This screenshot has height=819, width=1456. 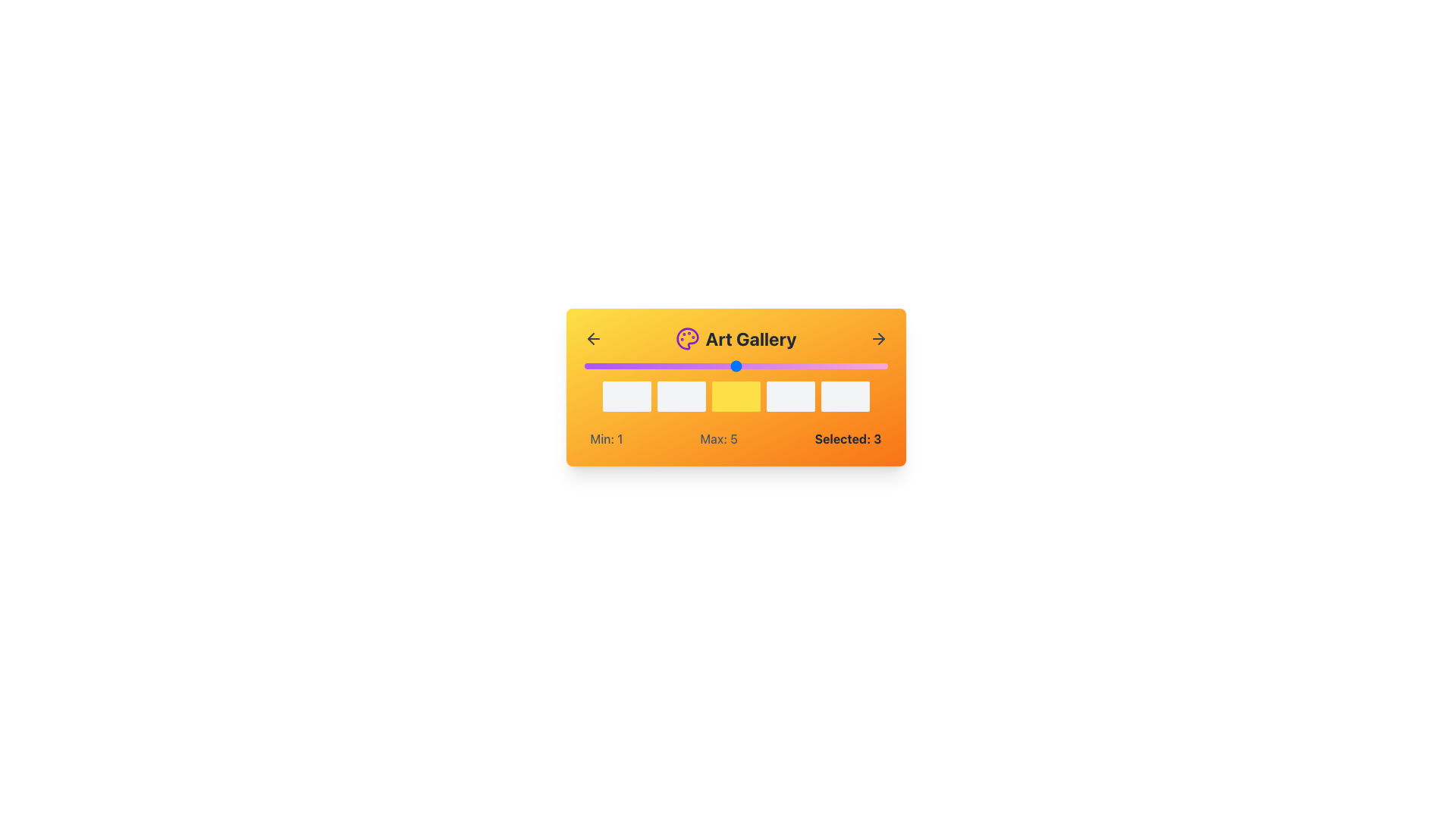 What do you see at coordinates (736, 366) in the screenshot?
I see `slider value` at bounding box center [736, 366].